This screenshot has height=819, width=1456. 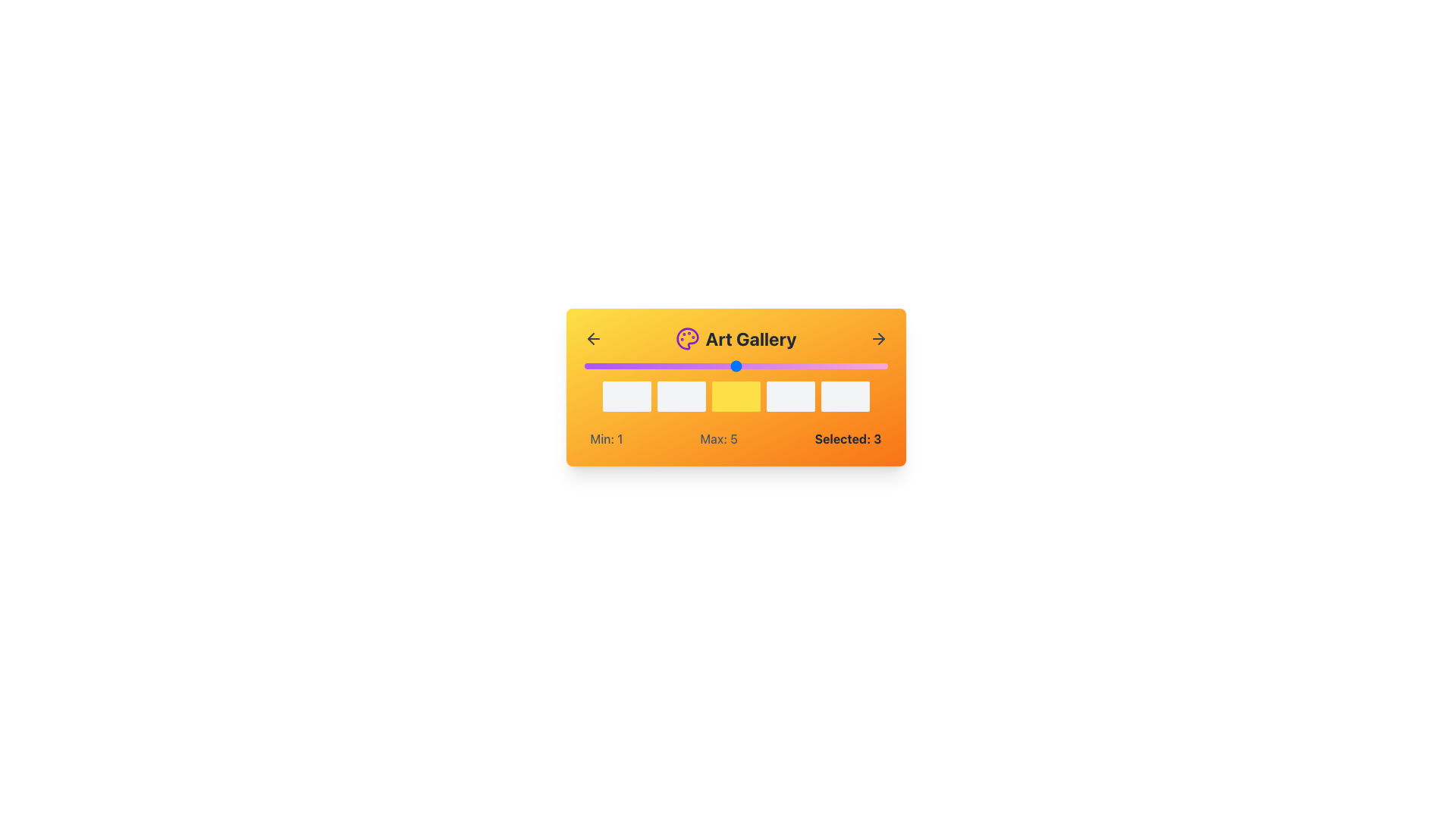 What do you see at coordinates (736, 366) in the screenshot?
I see `slider value` at bounding box center [736, 366].